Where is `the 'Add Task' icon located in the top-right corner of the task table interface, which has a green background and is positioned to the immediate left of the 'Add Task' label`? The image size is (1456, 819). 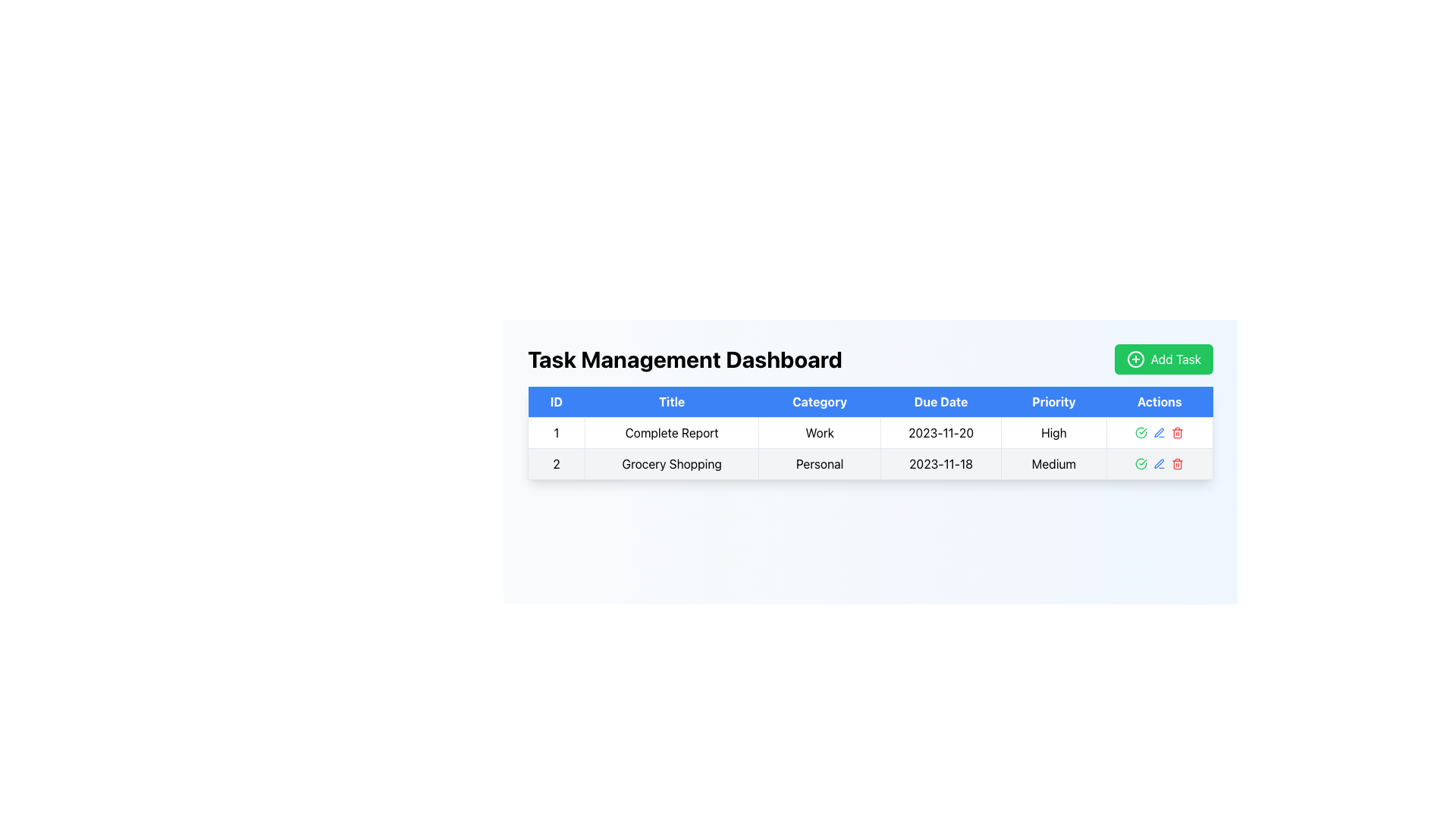
the 'Add Task' icon located in the top-right corner of the task table interface, which has a green background and is positioned to the immediate left of the 'Add Task' label is located at coordinates (1135, 359).